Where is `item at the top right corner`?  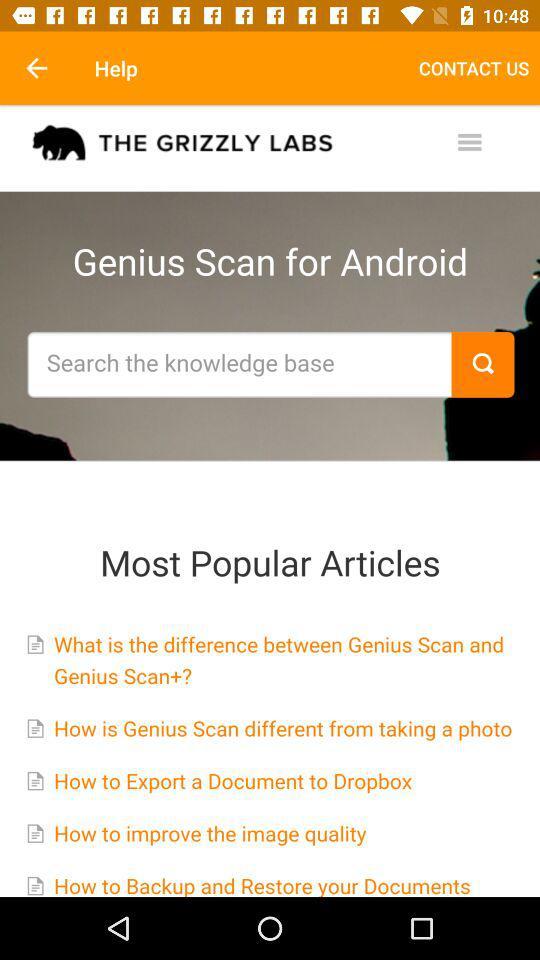
item at the top right corner is located at coordinates (473, 68).